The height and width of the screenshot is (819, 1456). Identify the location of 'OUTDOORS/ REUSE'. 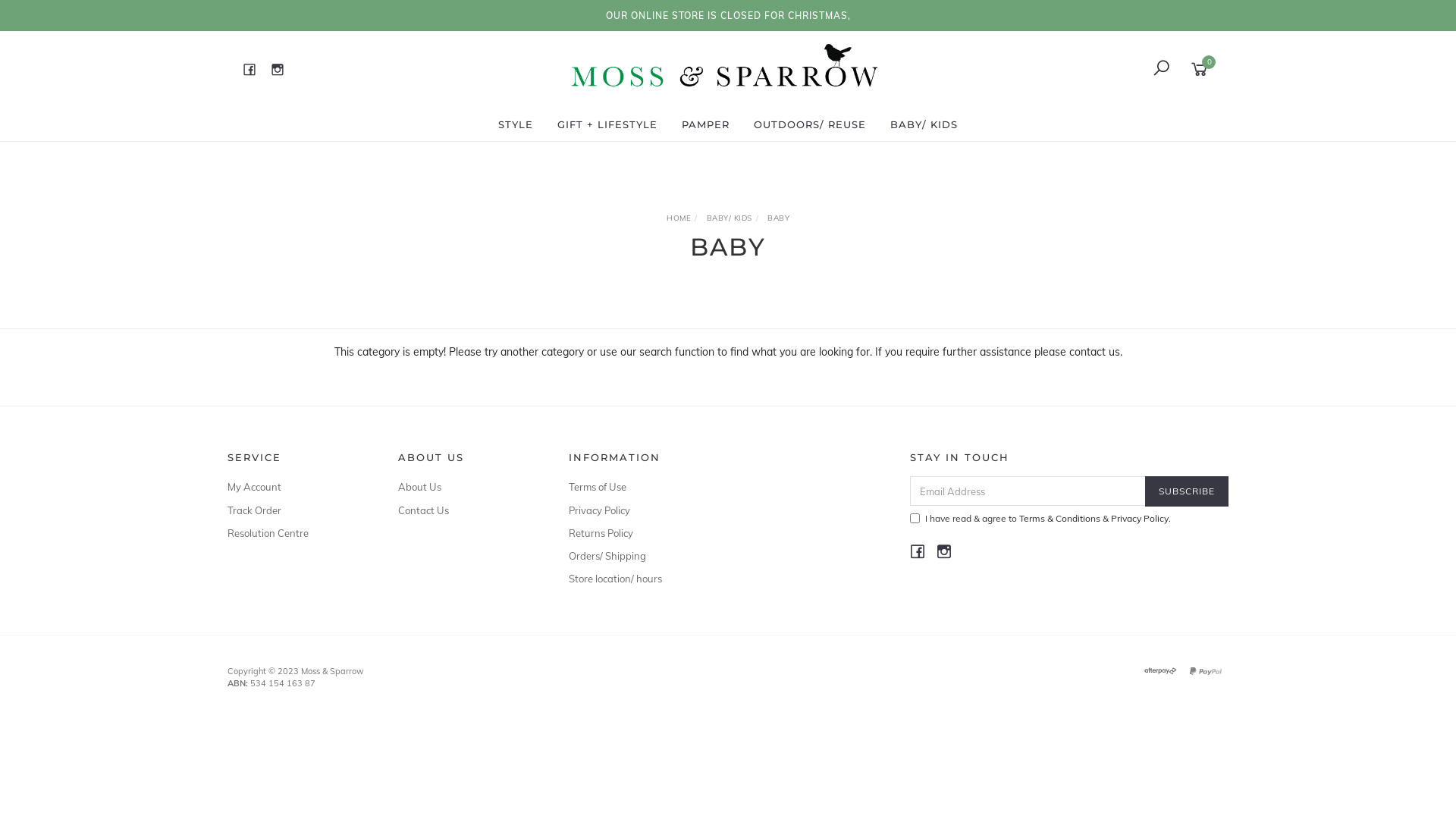
(808, 124).